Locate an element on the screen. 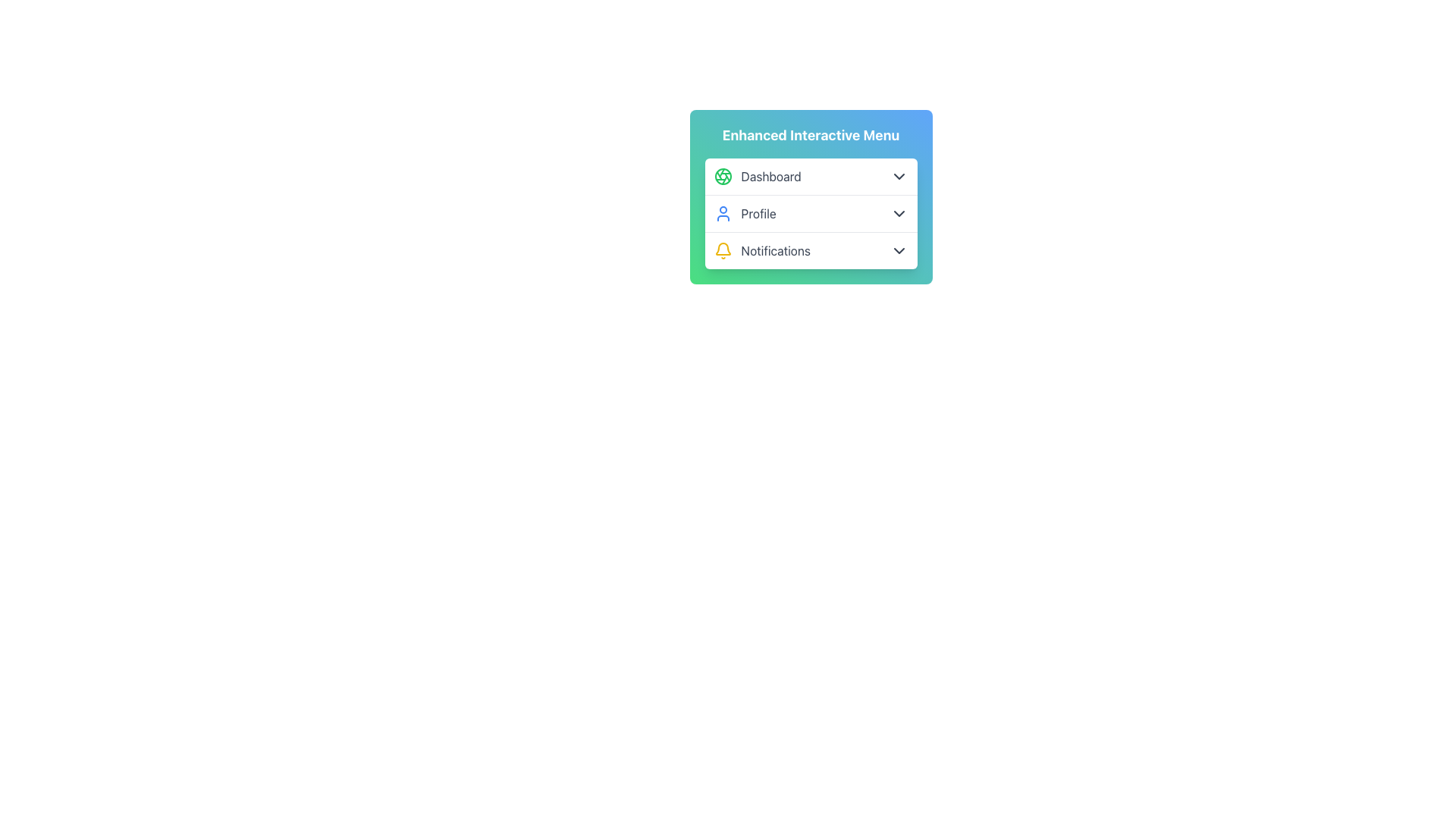  the 'Profile' menu option, which features a blue person icon next to the text 'Profile', positioned as the second element in the menu is located at coordinates (745, 213).